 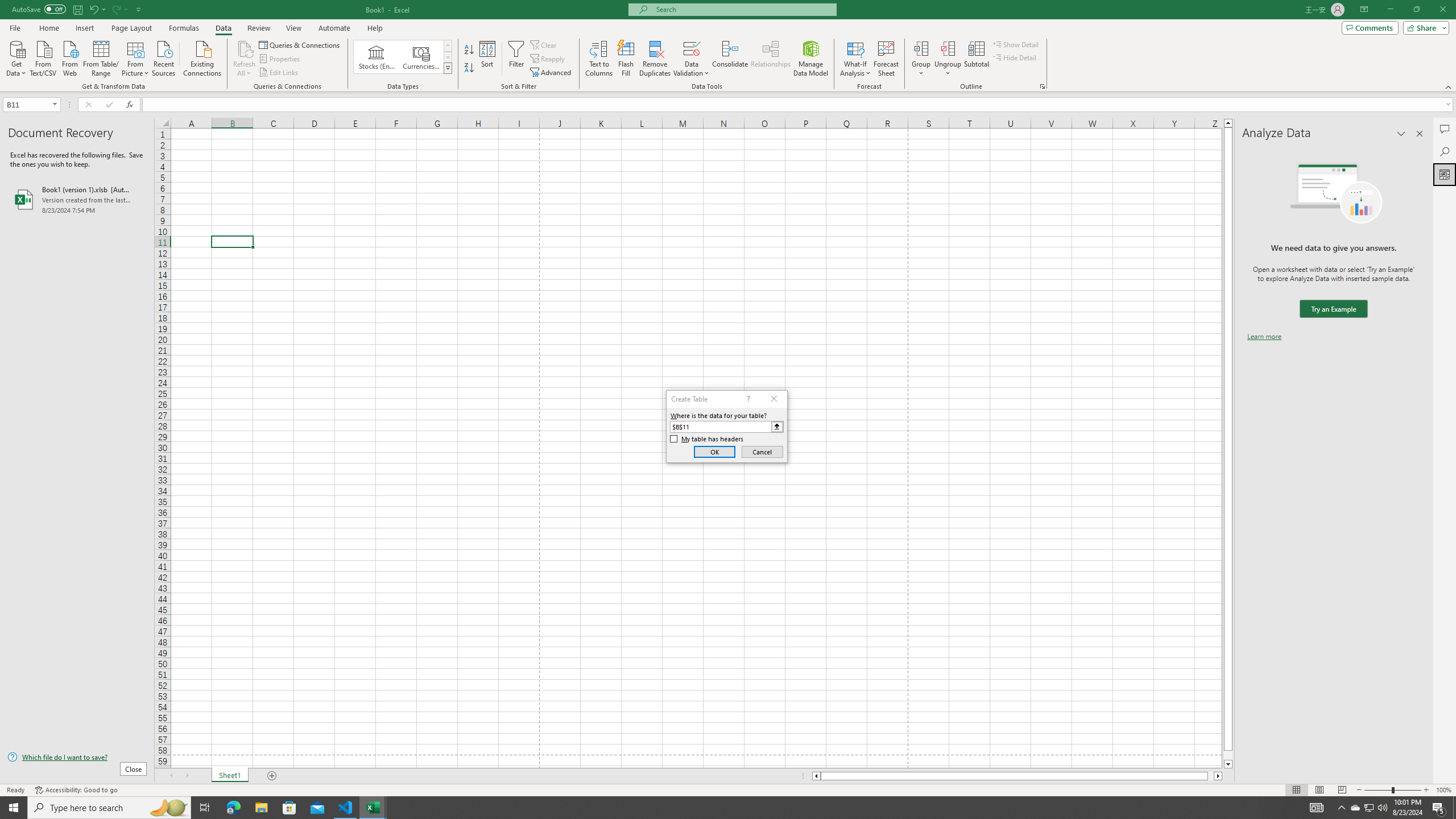 I want to click on 'Sort...', so click(x=487, y=59).